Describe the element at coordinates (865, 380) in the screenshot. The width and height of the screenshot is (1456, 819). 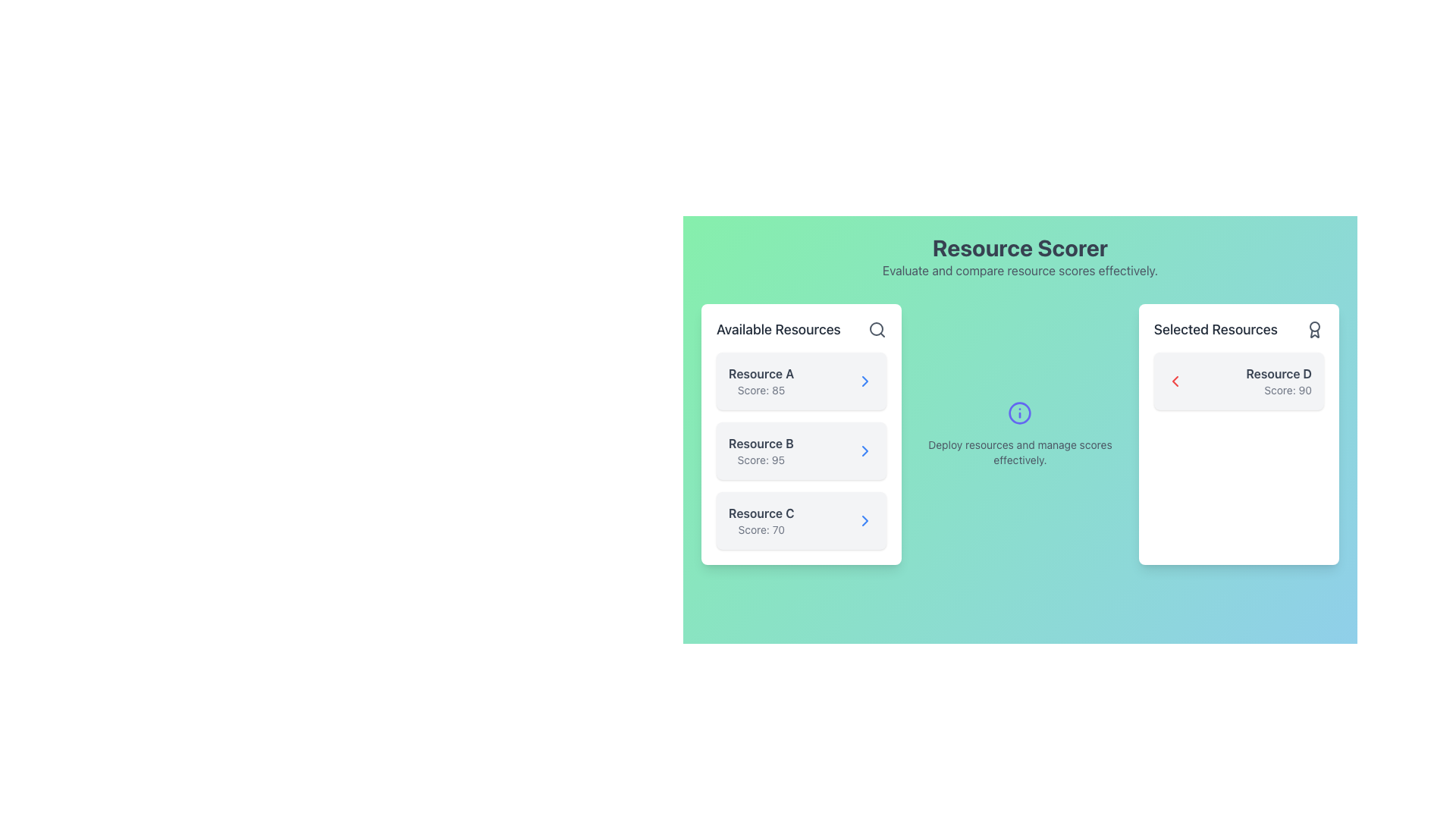
I see `the small triangular-shaped rightward direction icon located at the right end of the list item labeled 'Resource A - Score: 85' within the 'Available Resources' card` at that location.